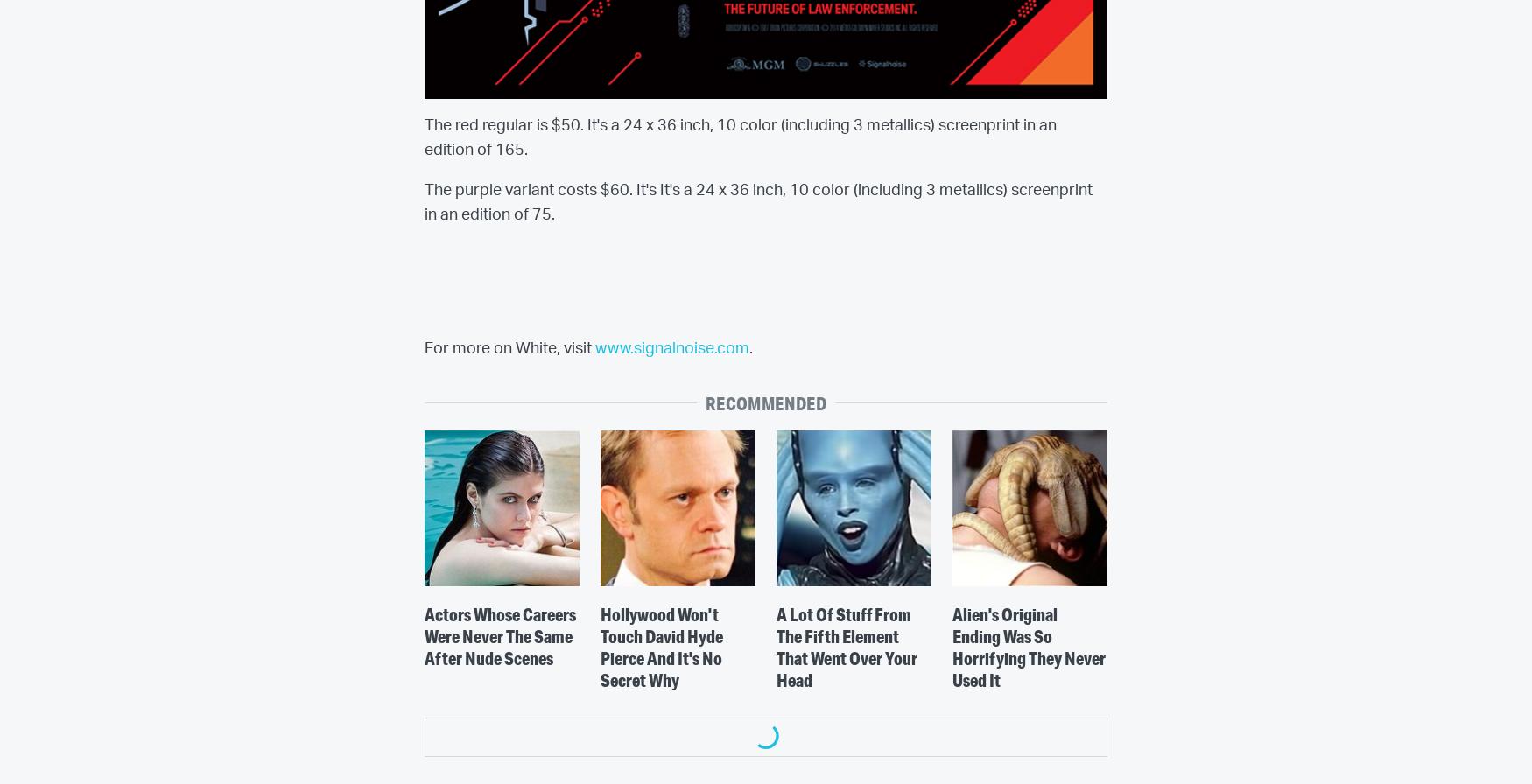 Image resolution: width=1532 pixels, height=784 pixels. What do you see at coordinates (659, 646) in the screenshot?
I see `'Hollywood Won't Touch David Hyde Pierce And It's No Secret Why'` at bounding box center [659, 646].